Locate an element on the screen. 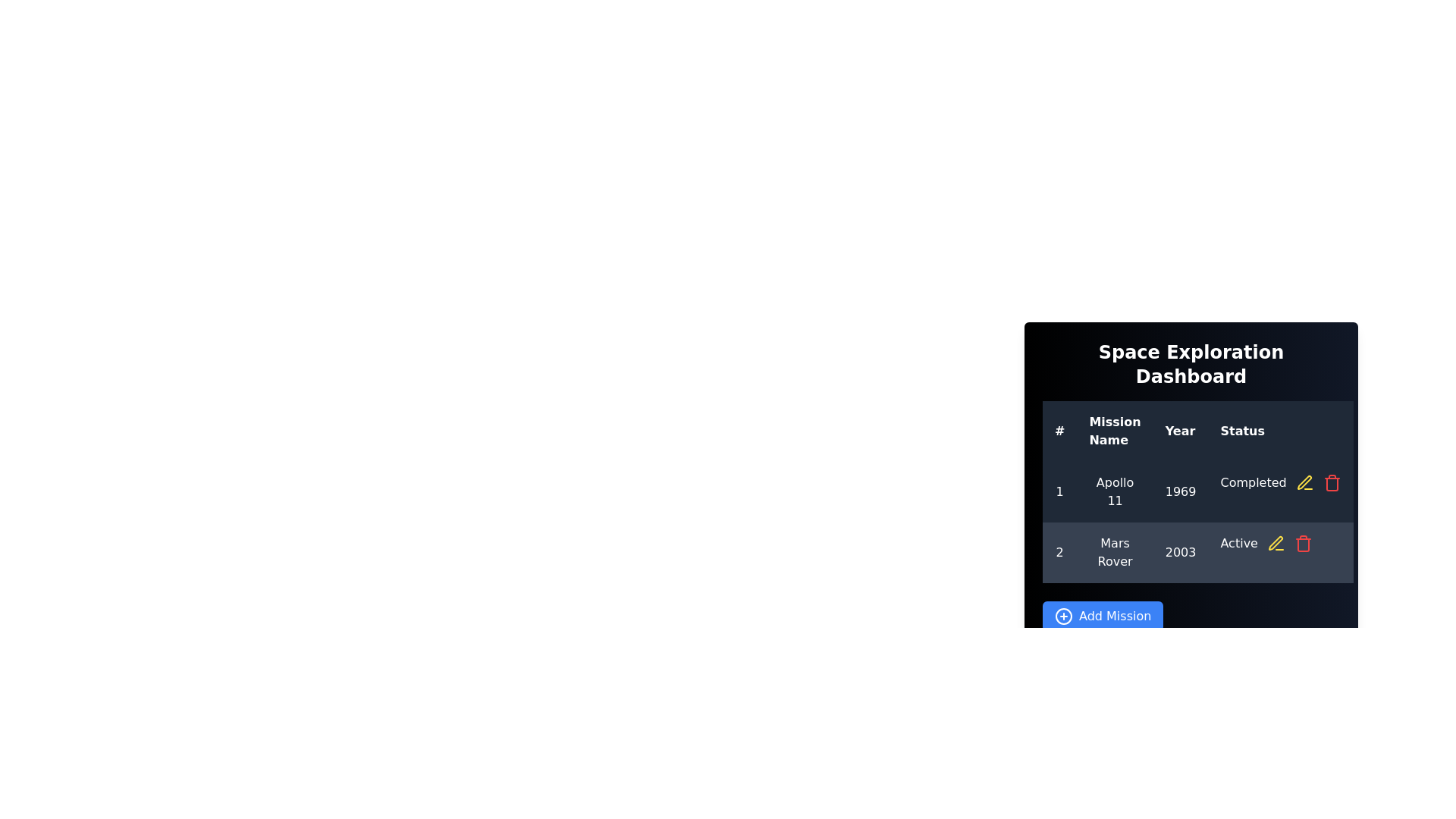 Image resolution: width=1456 pixels, height=819 pixels. the 'Mission Name' table header cell, which is the second column header in the table, centrally aligned in the vertical direction is located at coordinates (1115, 431).